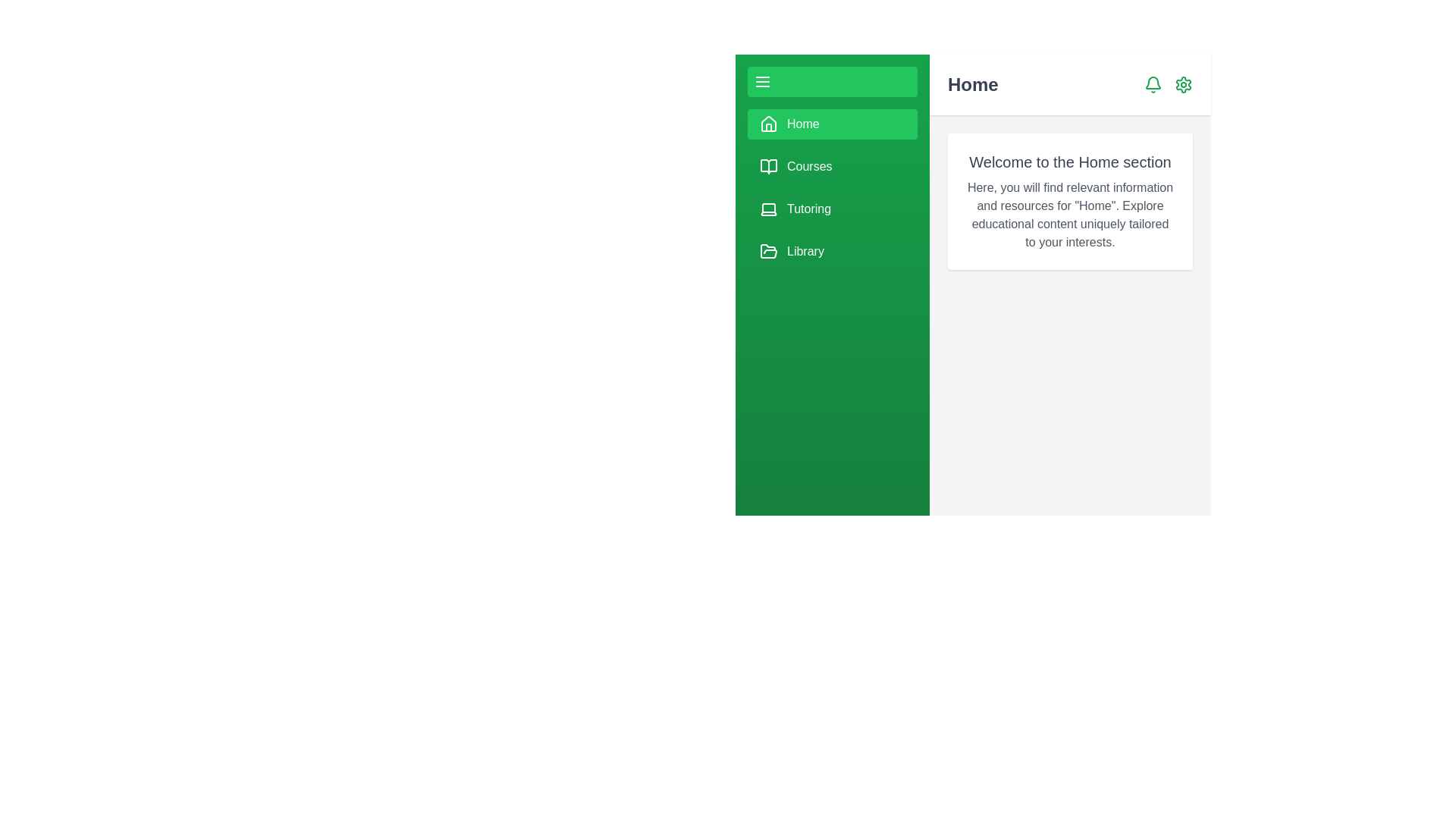 Image resolution: width=1456 pixels, height=819 pixels. Describe the element at coordinates (1182, 84) in the screenshot. I see `the cogwheel SVG icon in the top-right corner of the interface` at that location.